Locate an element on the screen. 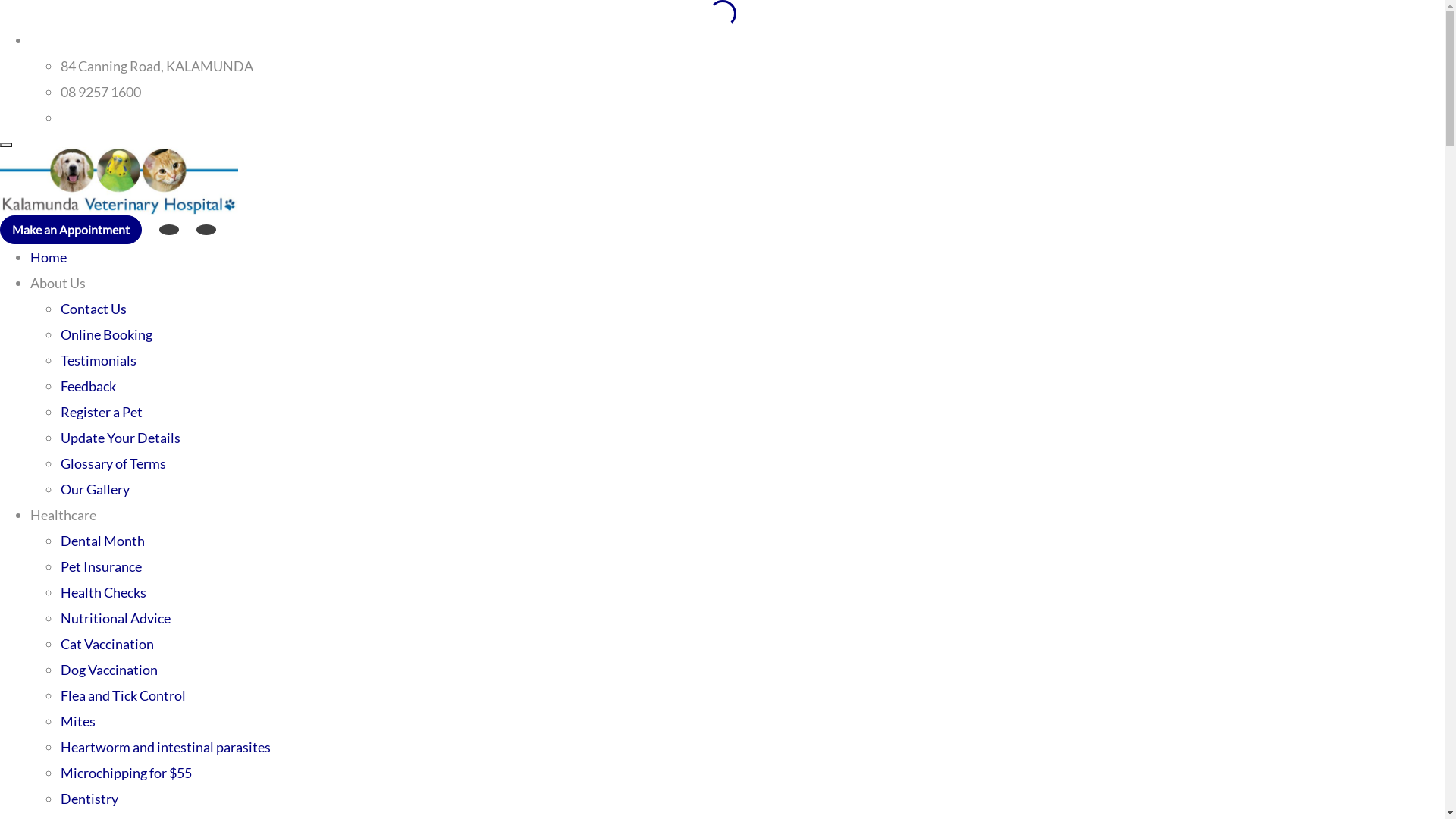 The width and height of the screenshot is (1456, 819). 'Heartworm and intestinal parasites' is located at coordinates (165, 745).